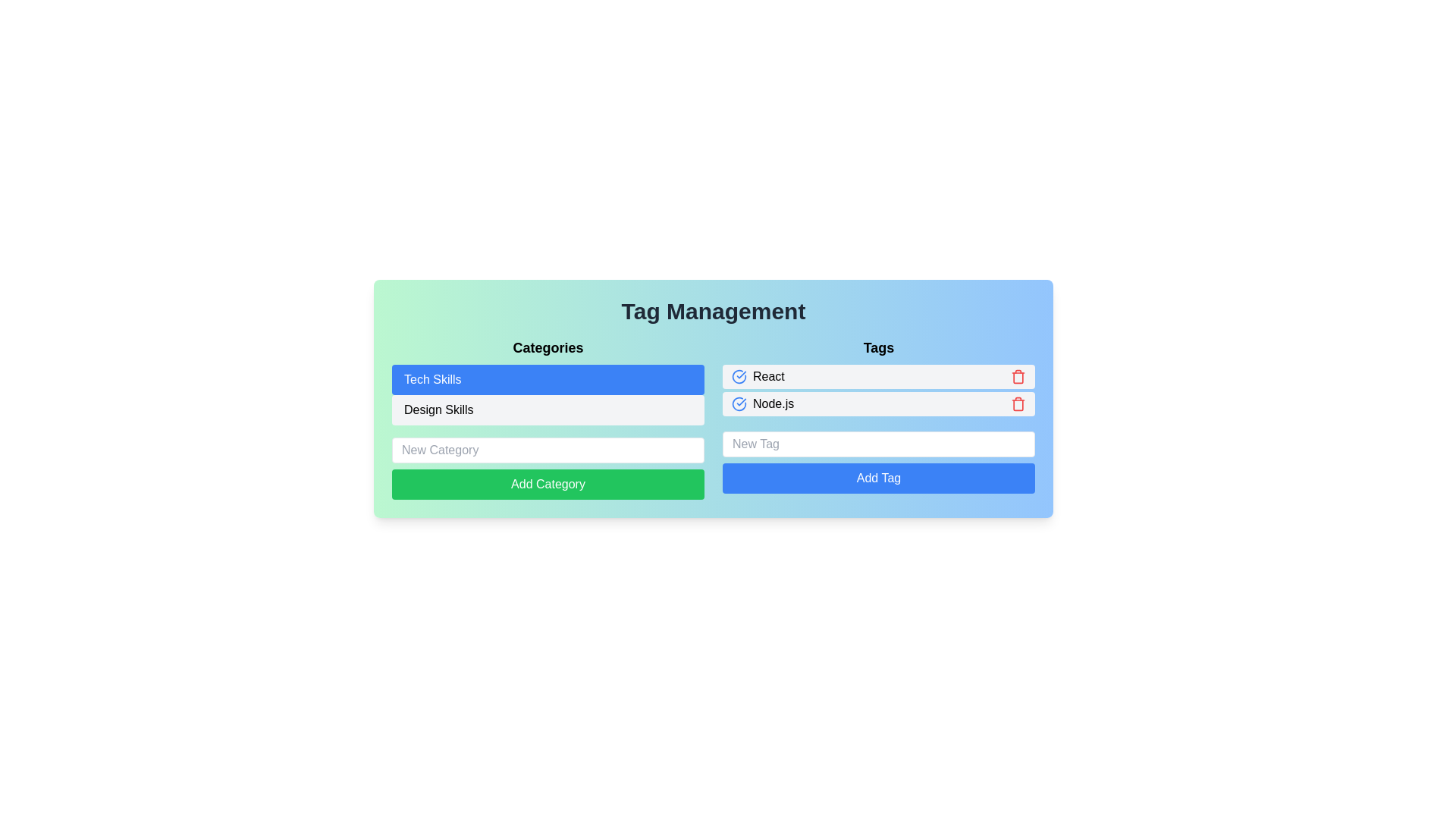  What do you see at coordinates (739, 403) in the screenshot?
I see `the visual indicator icon representing the active state of the 'Node.js' tag, located to the left of the text 'Node.js' in the Tags section` at bounding box center [739, 403].